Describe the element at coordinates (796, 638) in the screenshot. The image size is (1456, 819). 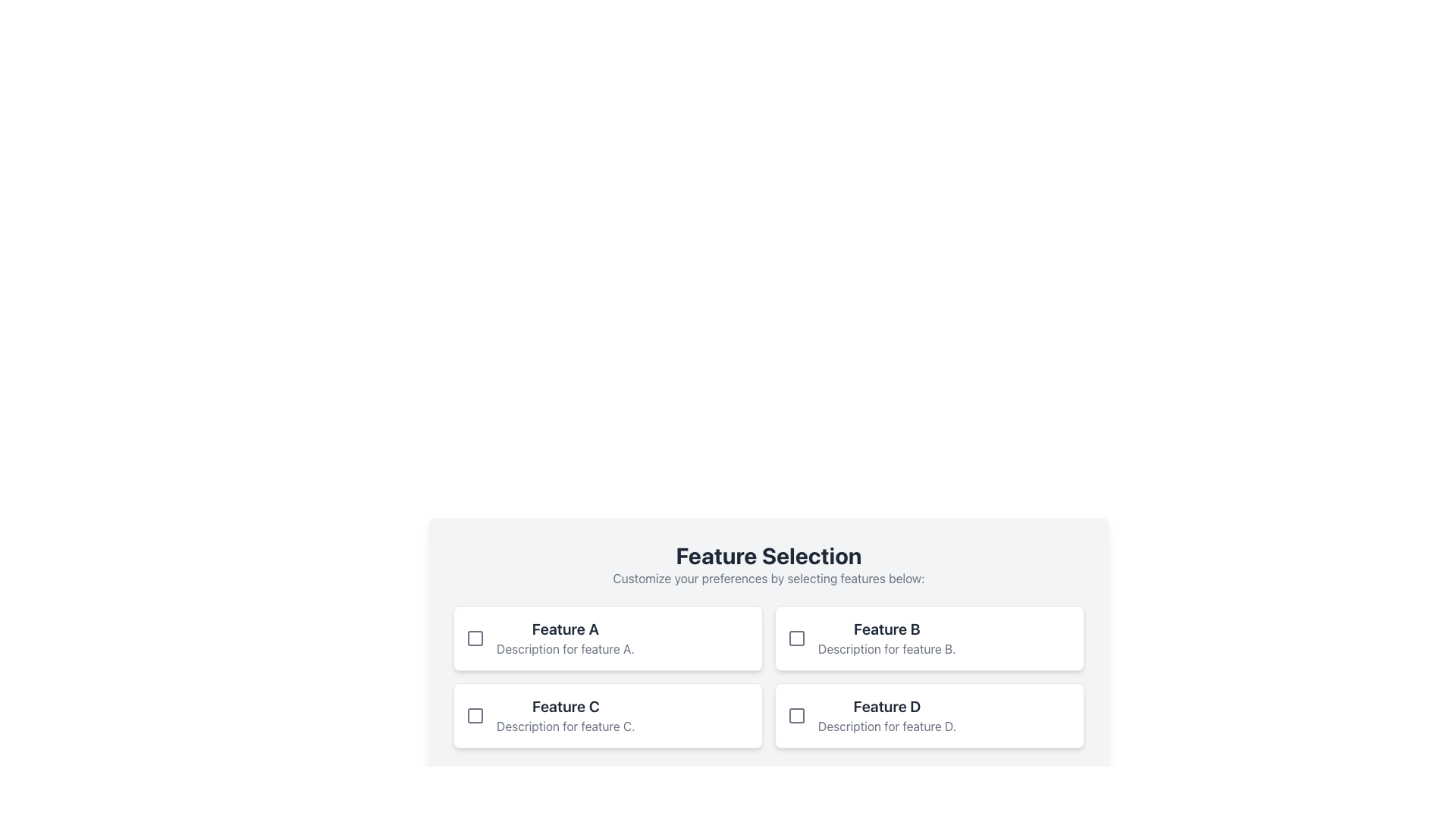
I see `the square-shaped checkbox with rounded corners, located to the left of the text 'Feature B' in the second box of the grid layout` at that location.